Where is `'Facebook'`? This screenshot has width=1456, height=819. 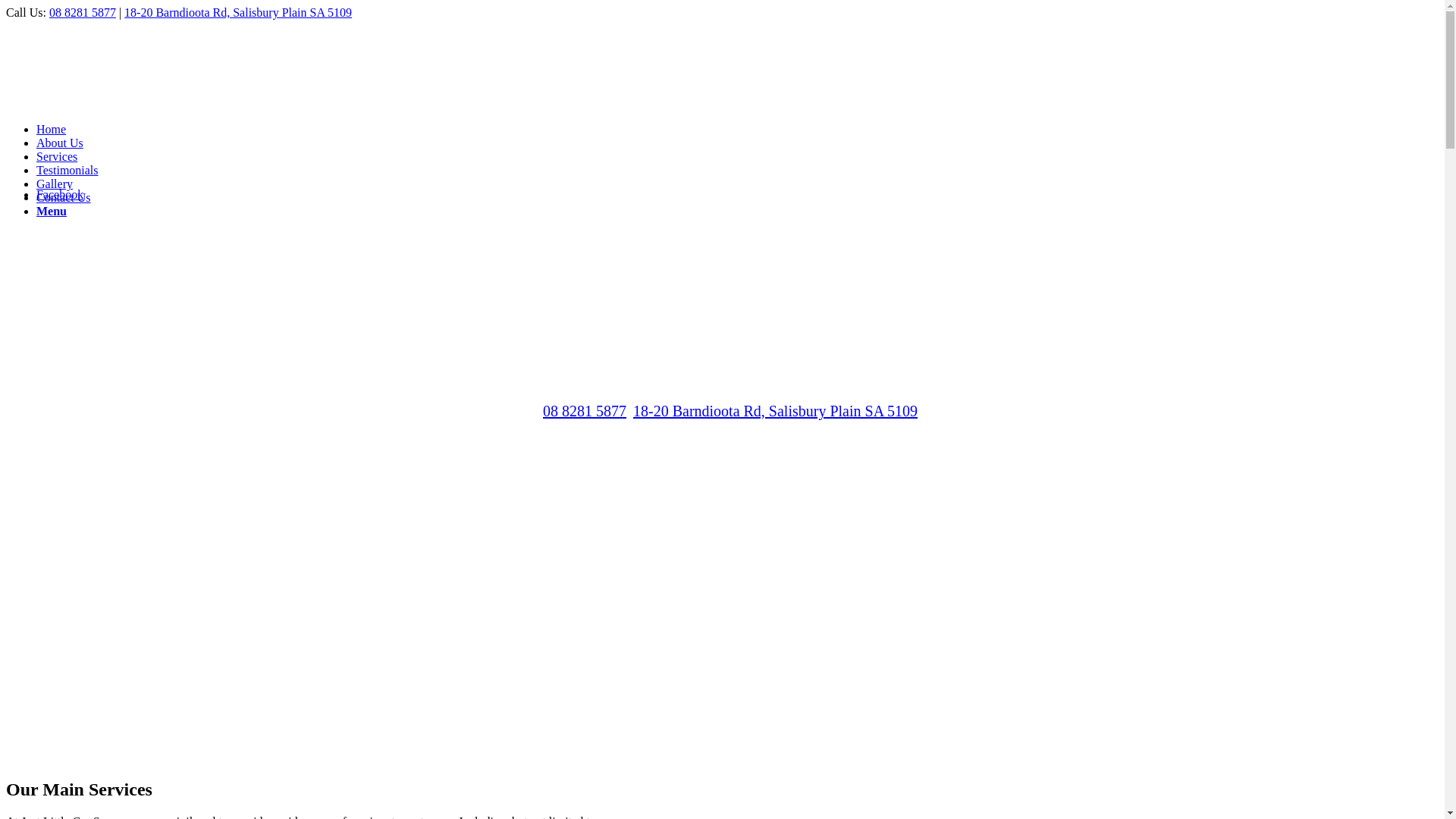
'Facebook' is located at coordinates (59, 193).